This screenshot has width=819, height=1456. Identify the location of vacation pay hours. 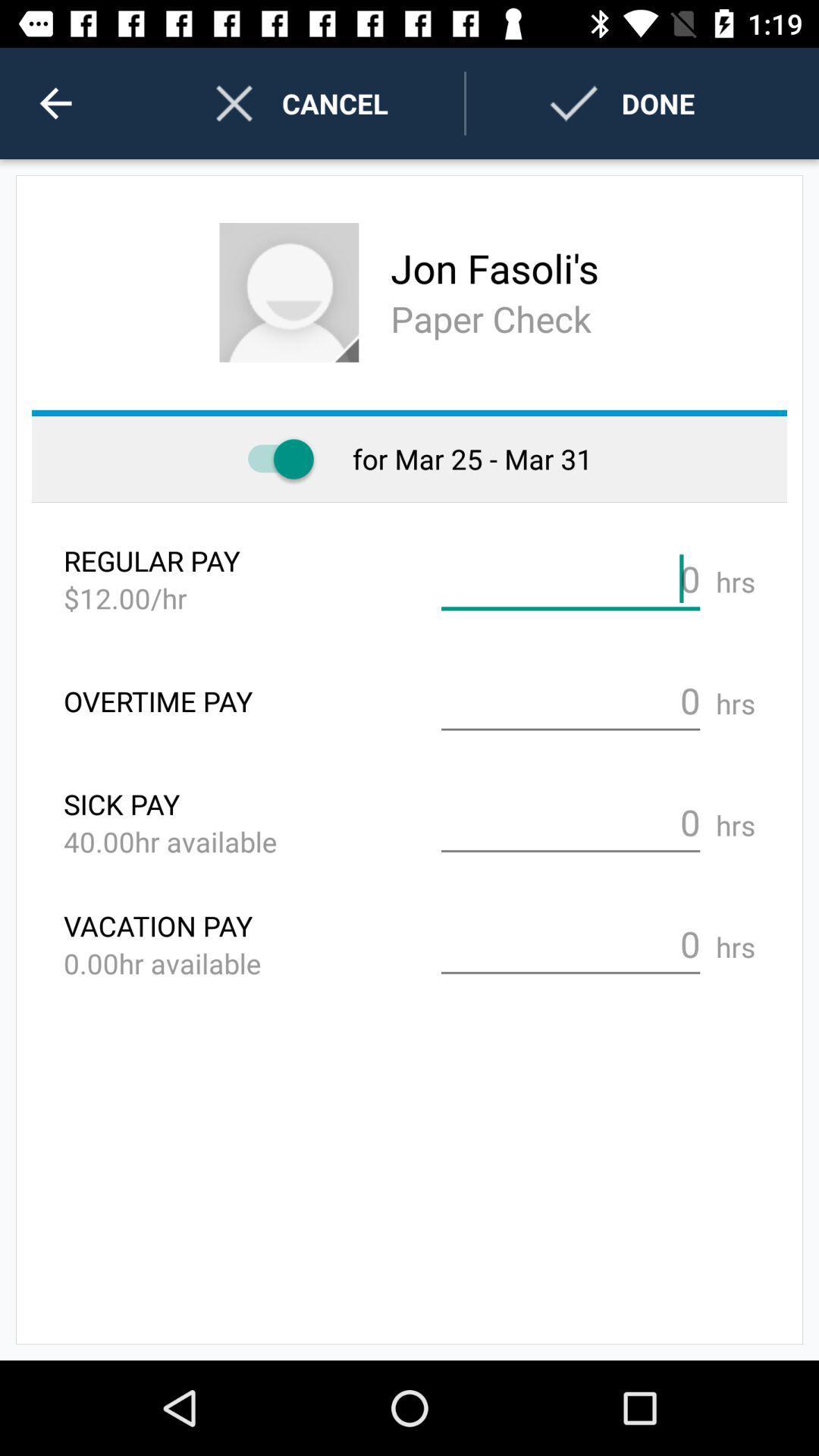
(570, 943).